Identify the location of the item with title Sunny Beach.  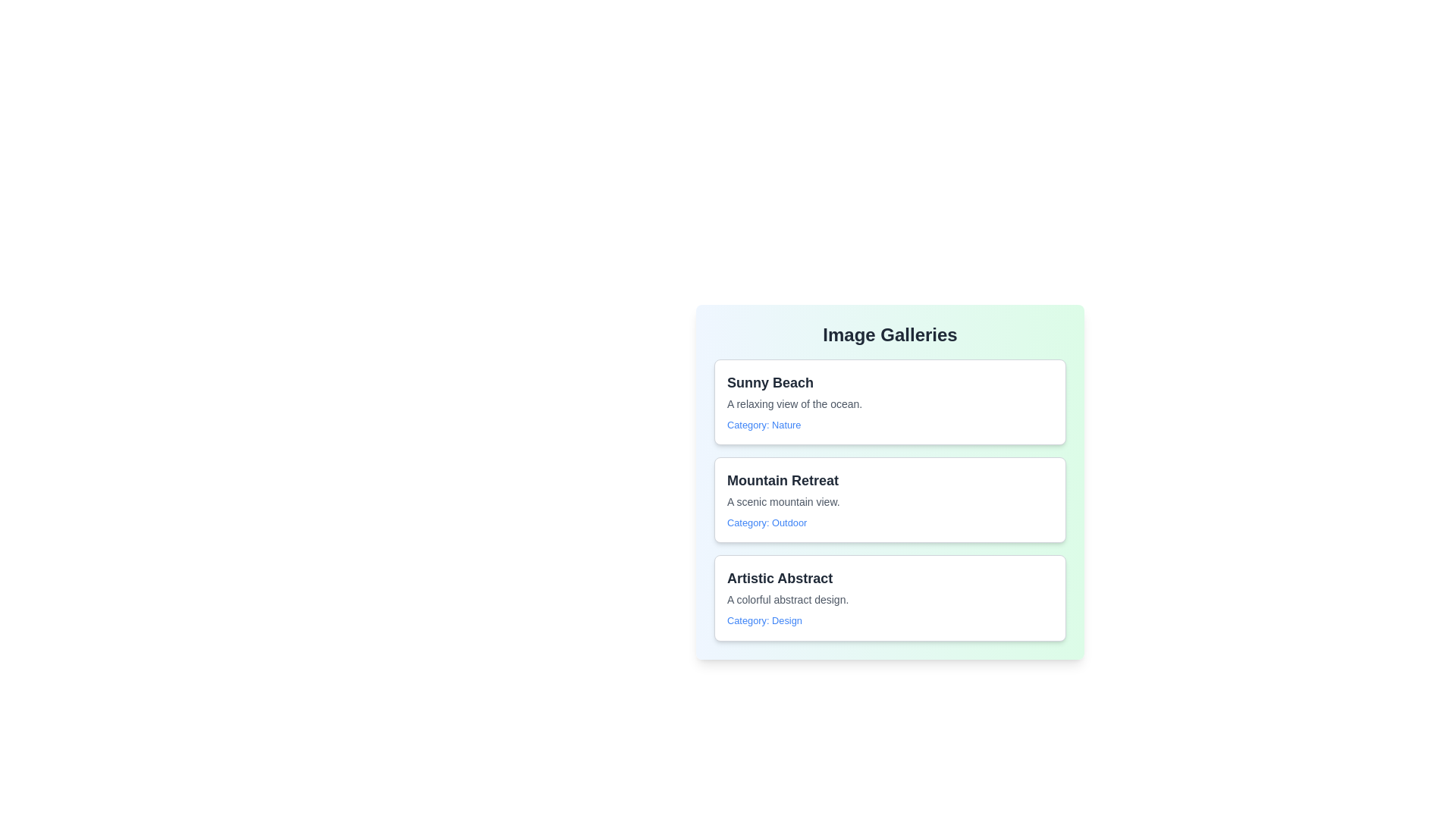
(890, 400).